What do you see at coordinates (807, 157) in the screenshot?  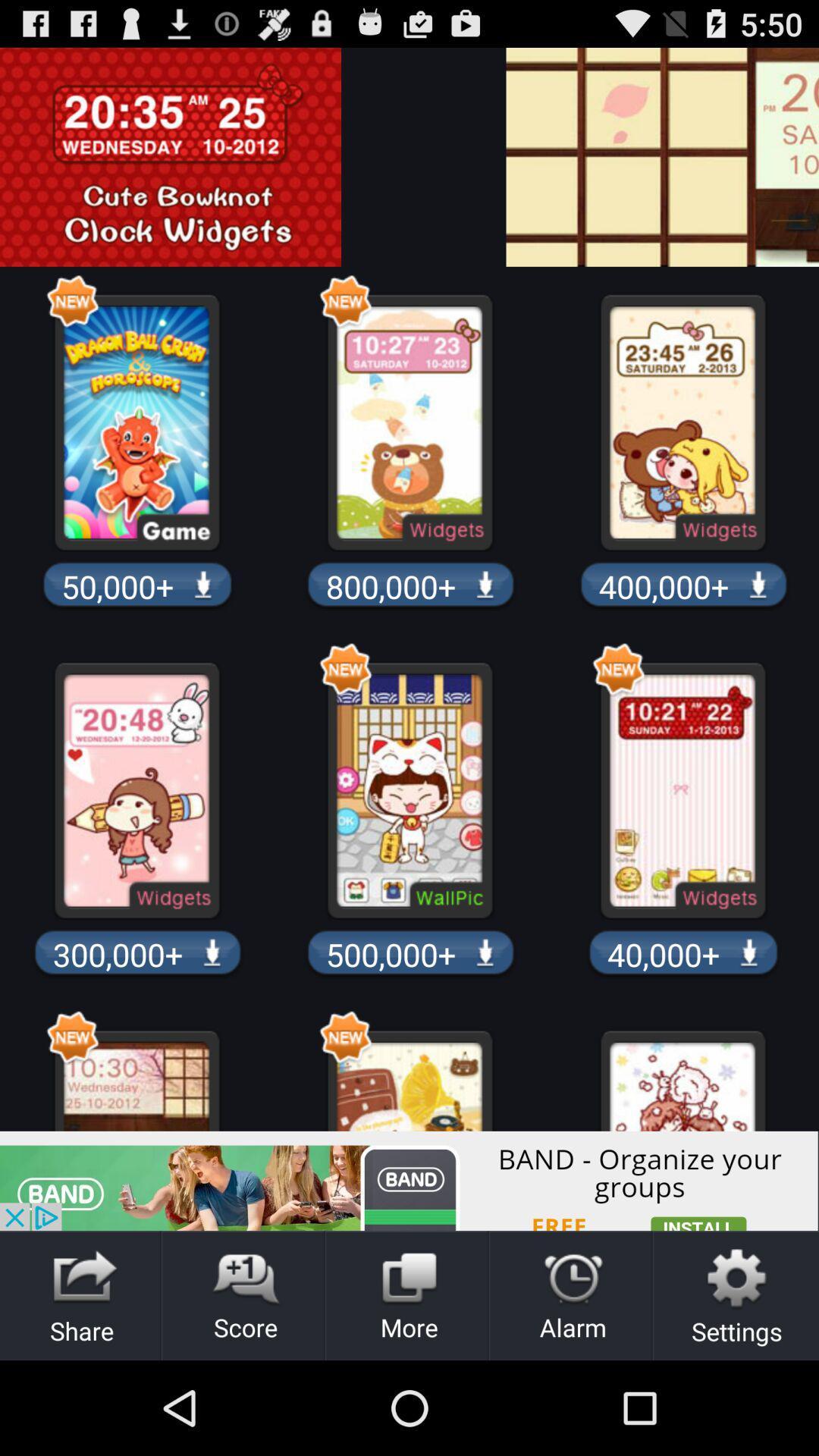 I see `advertising` at bounding box center [807, 157].